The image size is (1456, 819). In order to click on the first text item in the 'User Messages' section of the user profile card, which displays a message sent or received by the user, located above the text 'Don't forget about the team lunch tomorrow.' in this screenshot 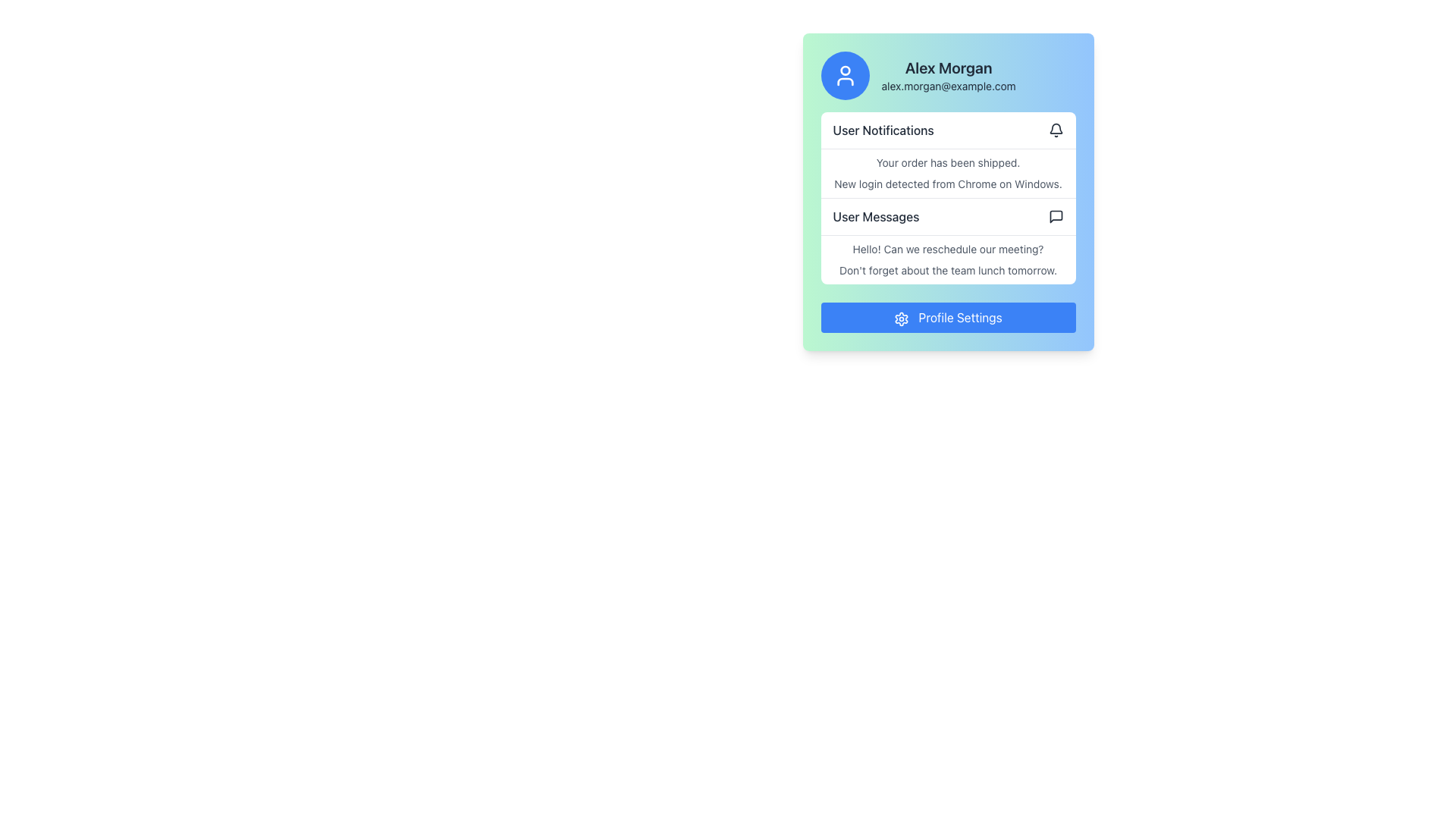, I will do `click(947, 248)`.